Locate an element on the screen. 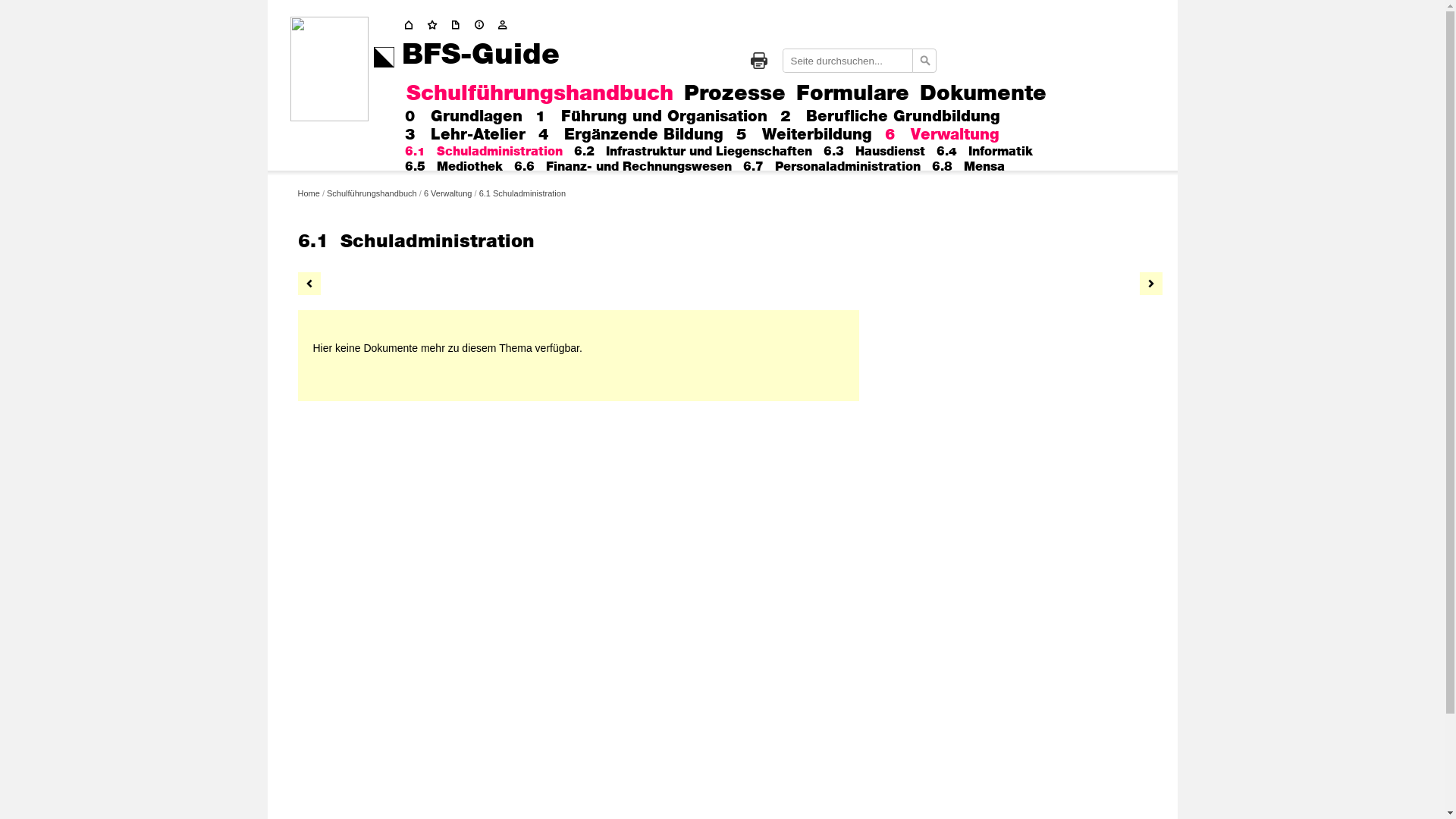  '6.1   Schuladministration' is located at coordinates (483, 152).